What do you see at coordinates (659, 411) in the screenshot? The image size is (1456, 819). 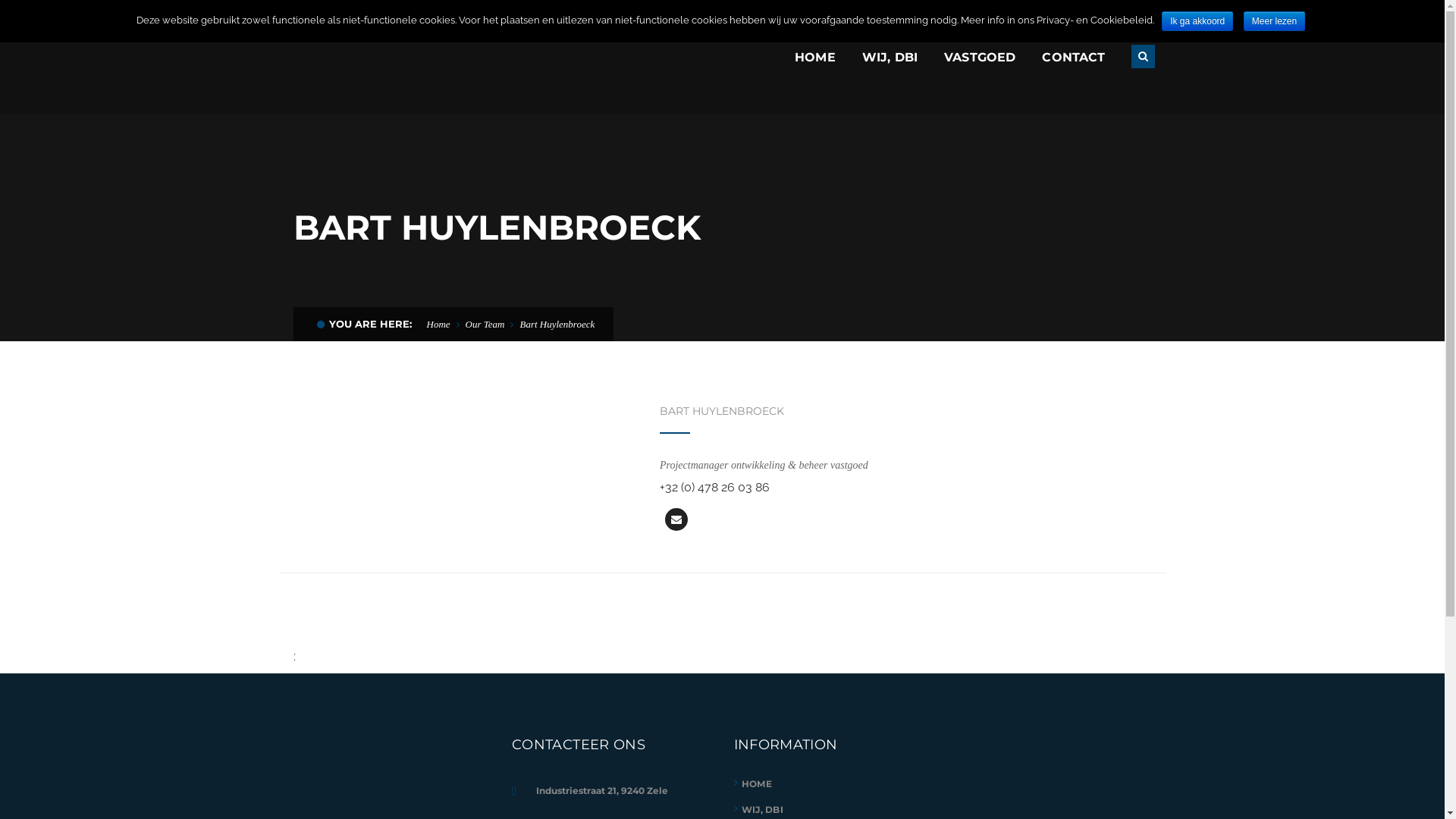 I see `'BART HUYLENBROECK'` at bounding box center [659, 411].